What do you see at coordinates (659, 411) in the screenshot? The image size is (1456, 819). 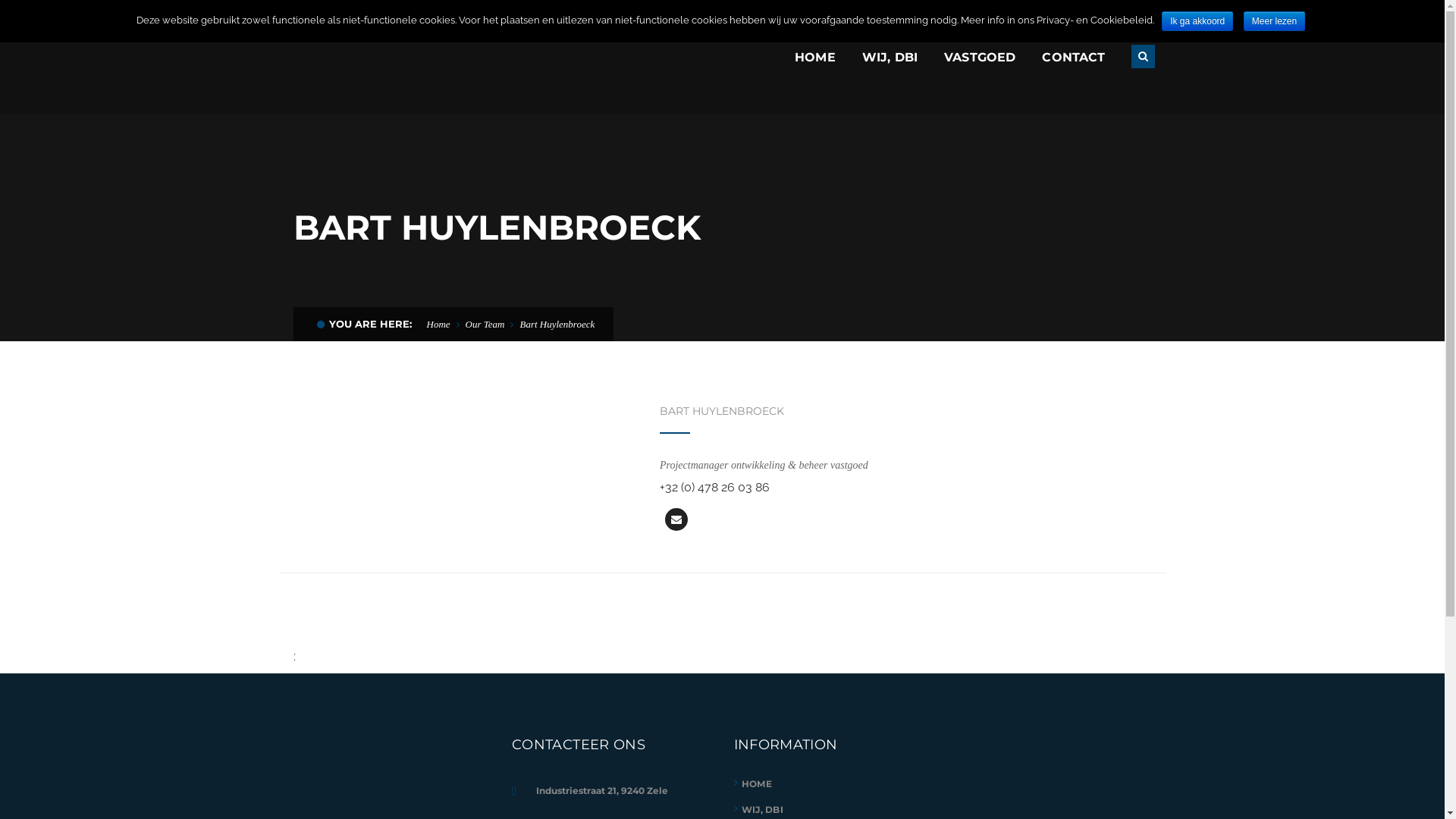 I see `'BART HUYLENBROECK'` at bounding box center [659, 411].